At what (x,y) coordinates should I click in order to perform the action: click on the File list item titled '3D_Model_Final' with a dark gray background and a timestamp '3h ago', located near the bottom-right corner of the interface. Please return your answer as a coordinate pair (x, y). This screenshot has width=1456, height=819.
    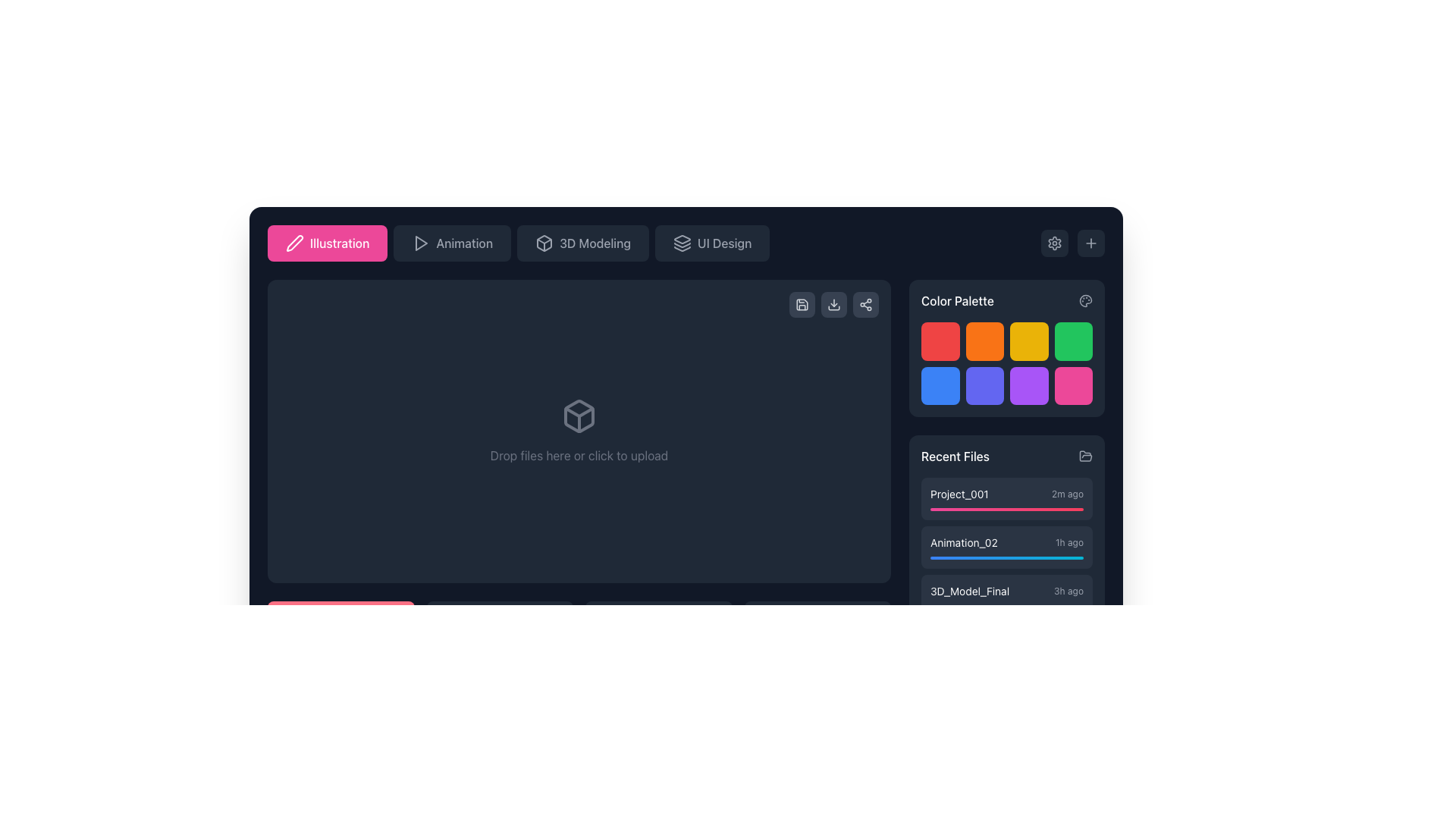
    Looking at the image, I should click on (1007, 595).